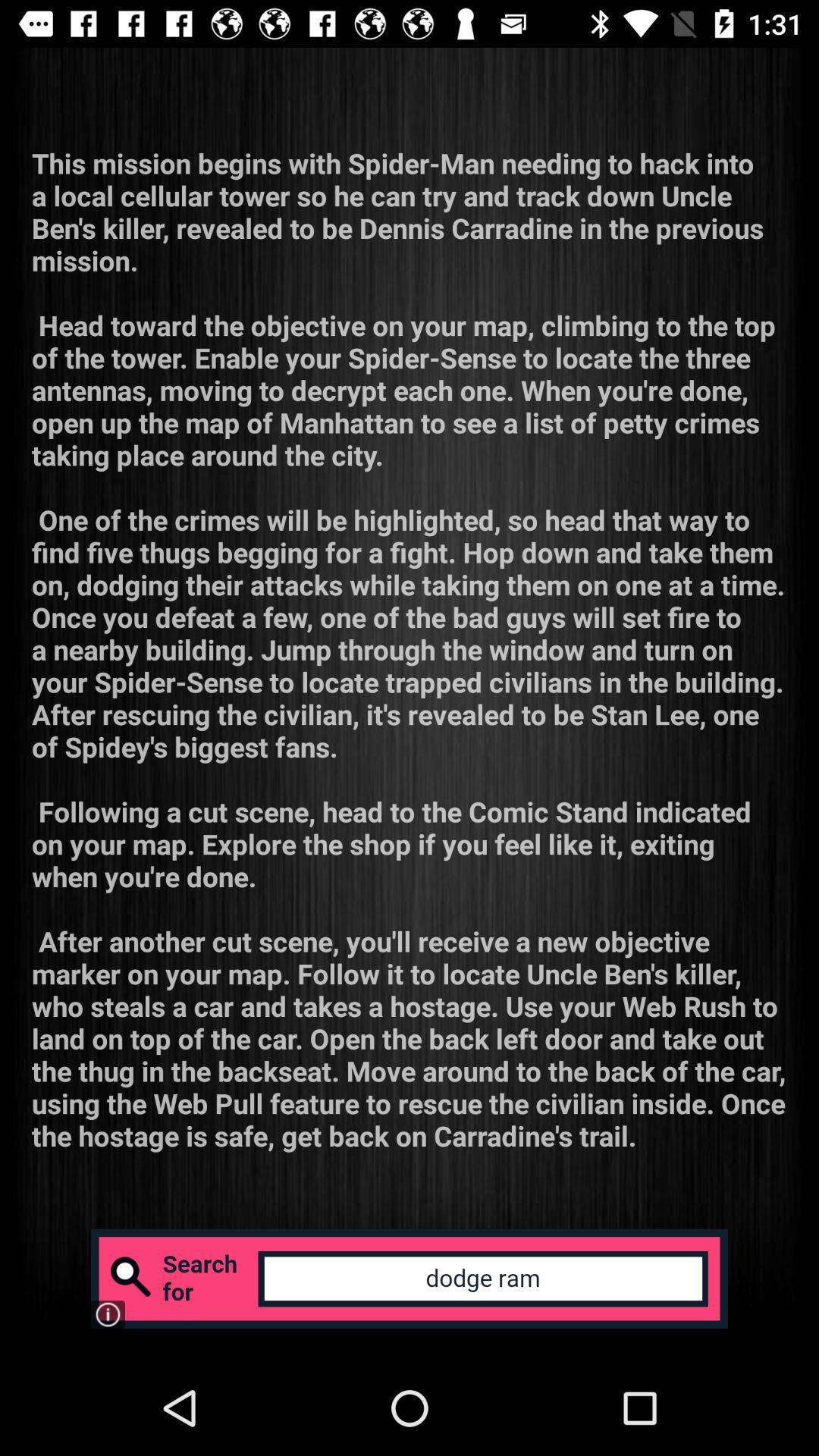 This screenshot has width=819, height=1456. I want to click on advertisement, so click(409, 1278).